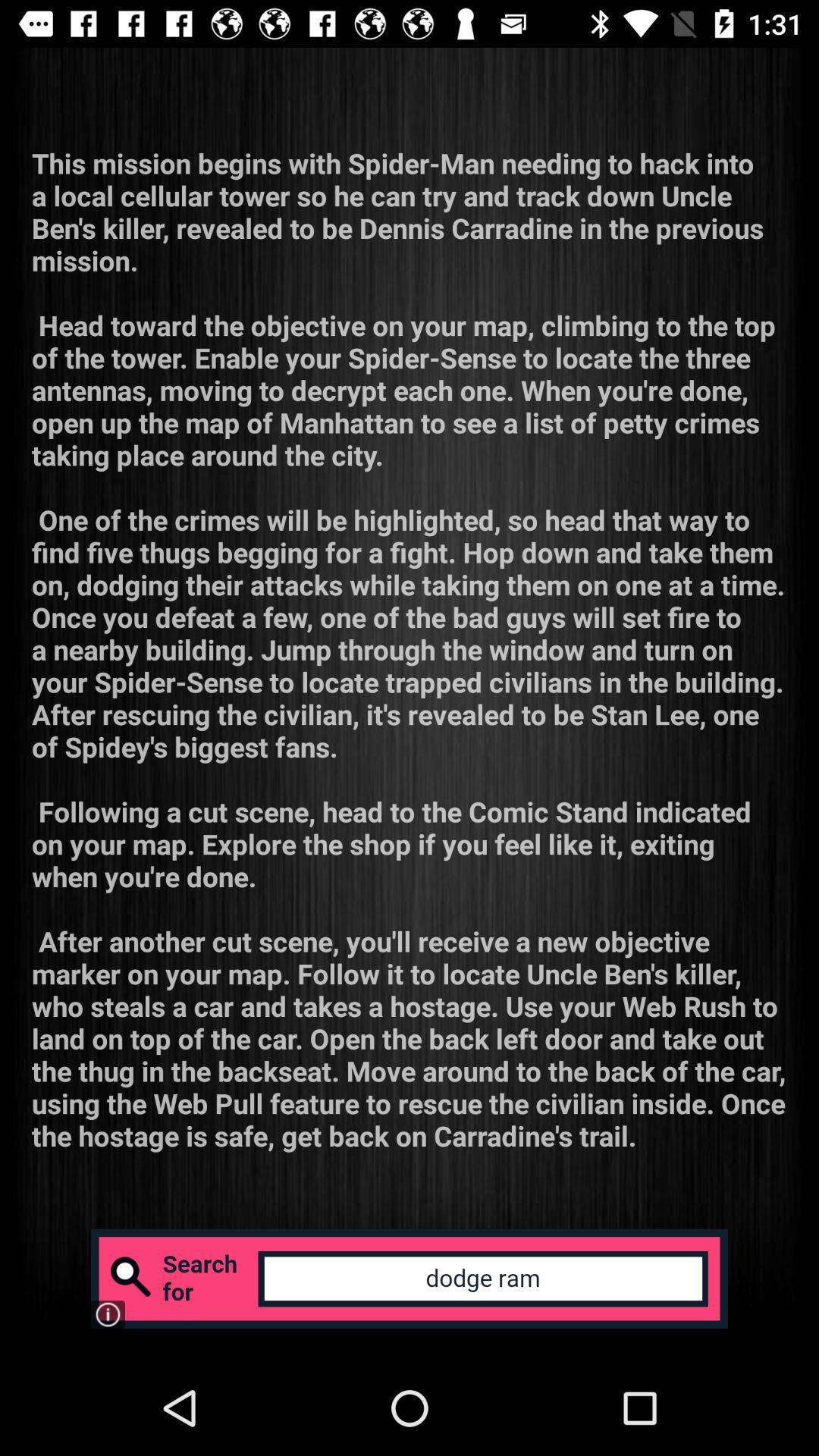 This screenshot has width=819, height=1456. I want to click on advertisement, so click(409, 1278).